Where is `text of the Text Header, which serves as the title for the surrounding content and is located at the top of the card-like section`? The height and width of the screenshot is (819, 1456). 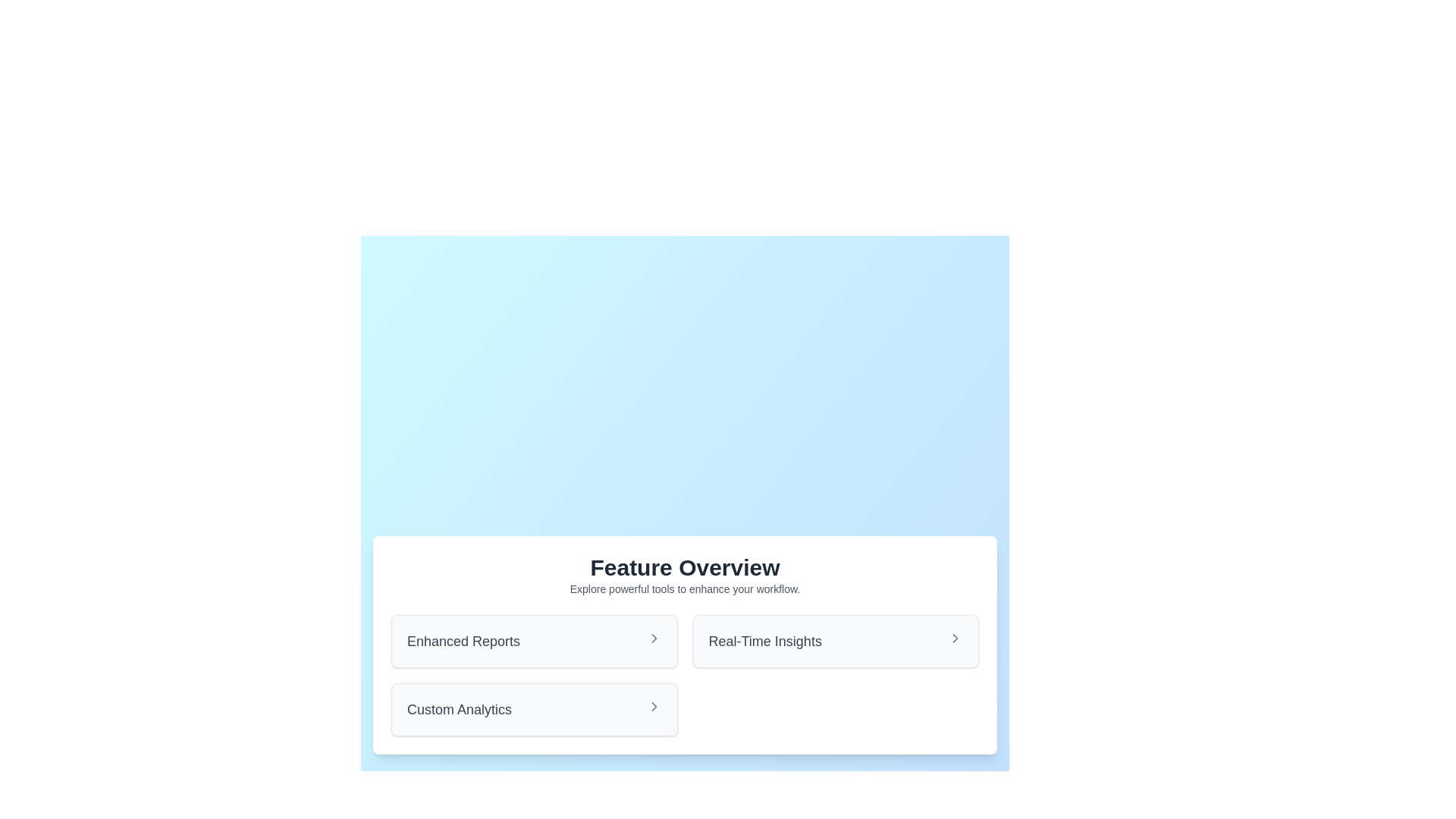 text of the Text Header, which serves as the title for the surrounding content and is located at the top of the card-like section is located at coordinates (684, 567).